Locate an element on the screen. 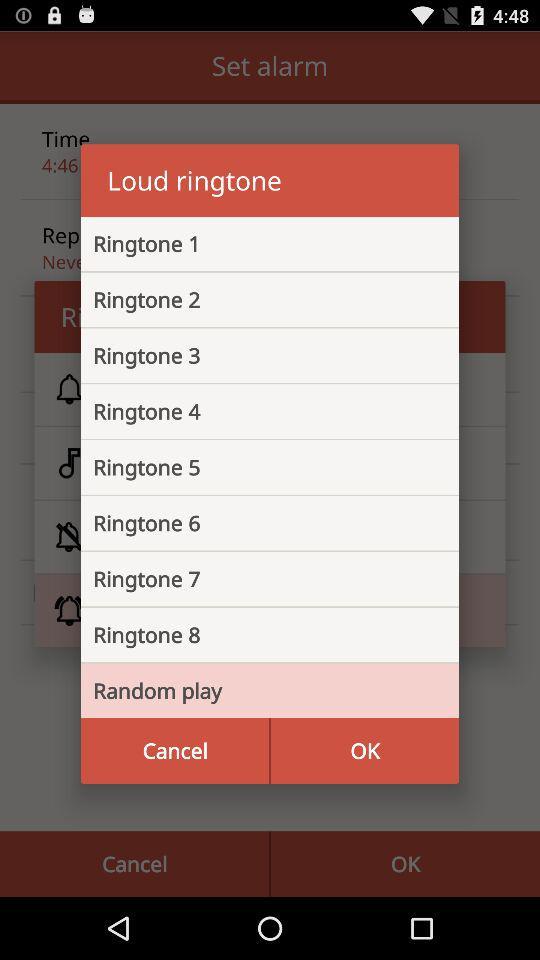  the icon above ringtone 3 item is located at coordinates (254, 298).